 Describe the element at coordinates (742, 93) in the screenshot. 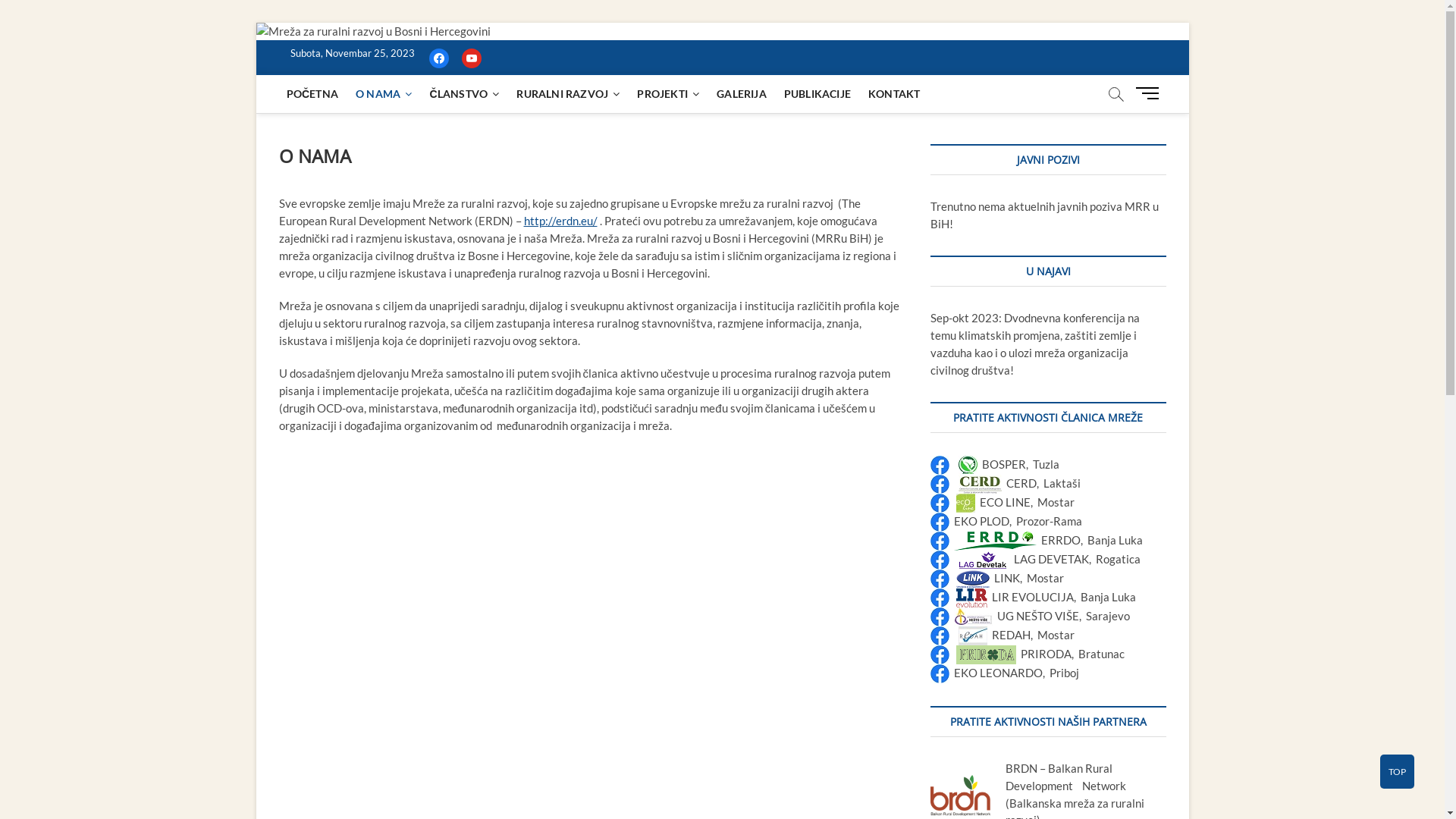

I see `'GALERIJA'` at that location.